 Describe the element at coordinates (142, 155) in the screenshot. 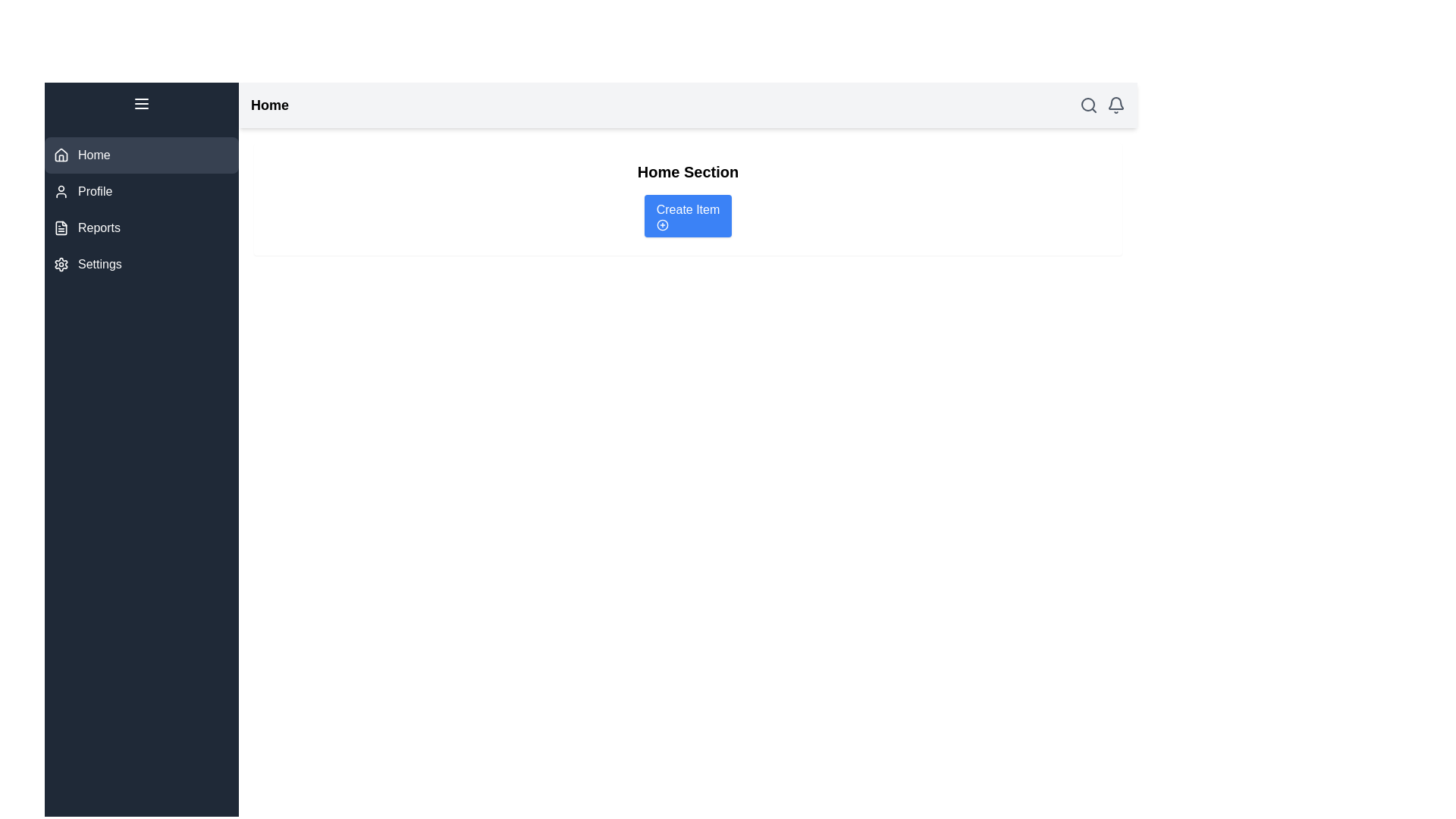

I see `the 'Home' sidebar navigation item to observe the color change` at that location.